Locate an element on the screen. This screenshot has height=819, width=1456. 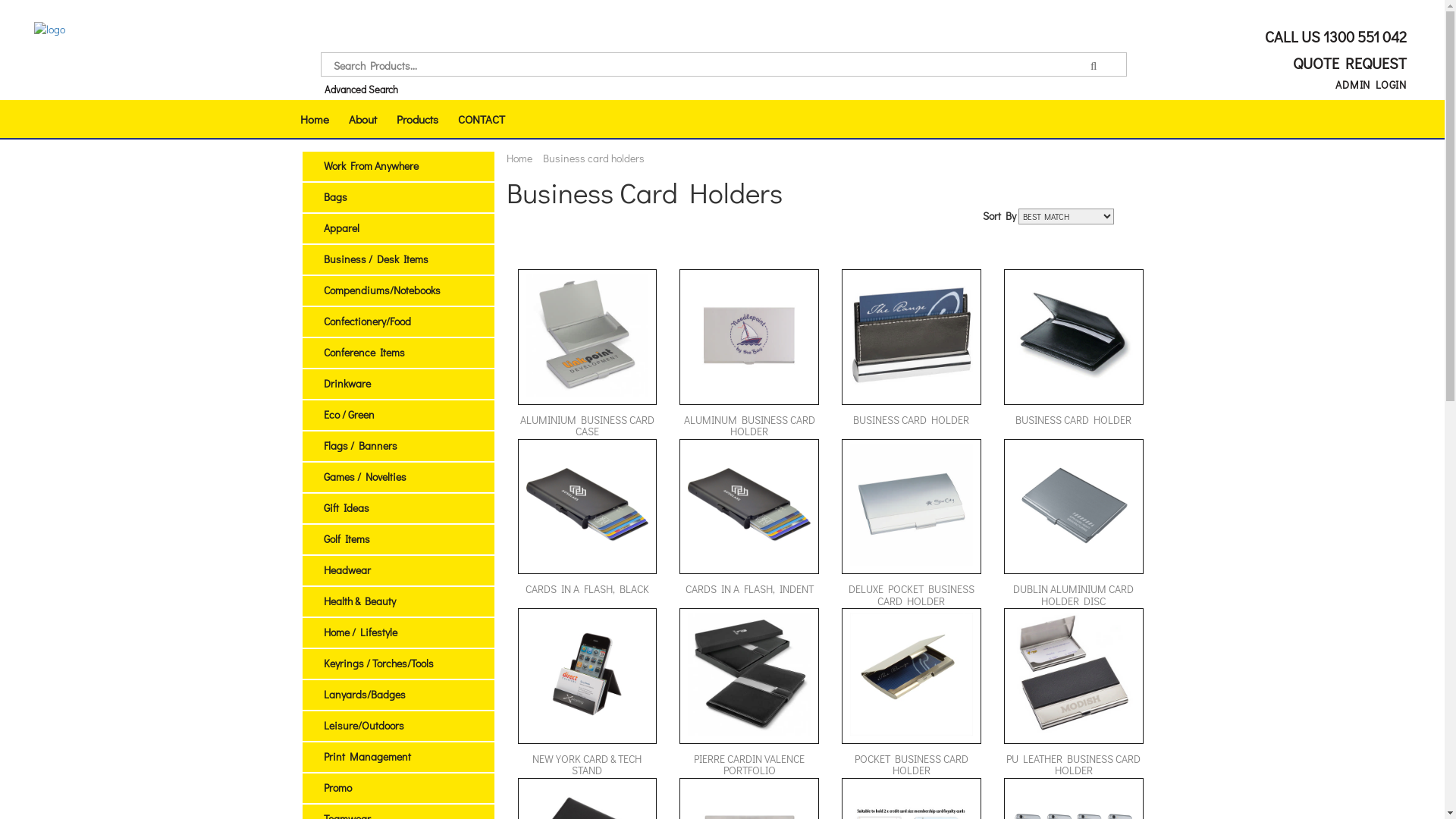
'Drinkware' is located at coordinates (345, 382).